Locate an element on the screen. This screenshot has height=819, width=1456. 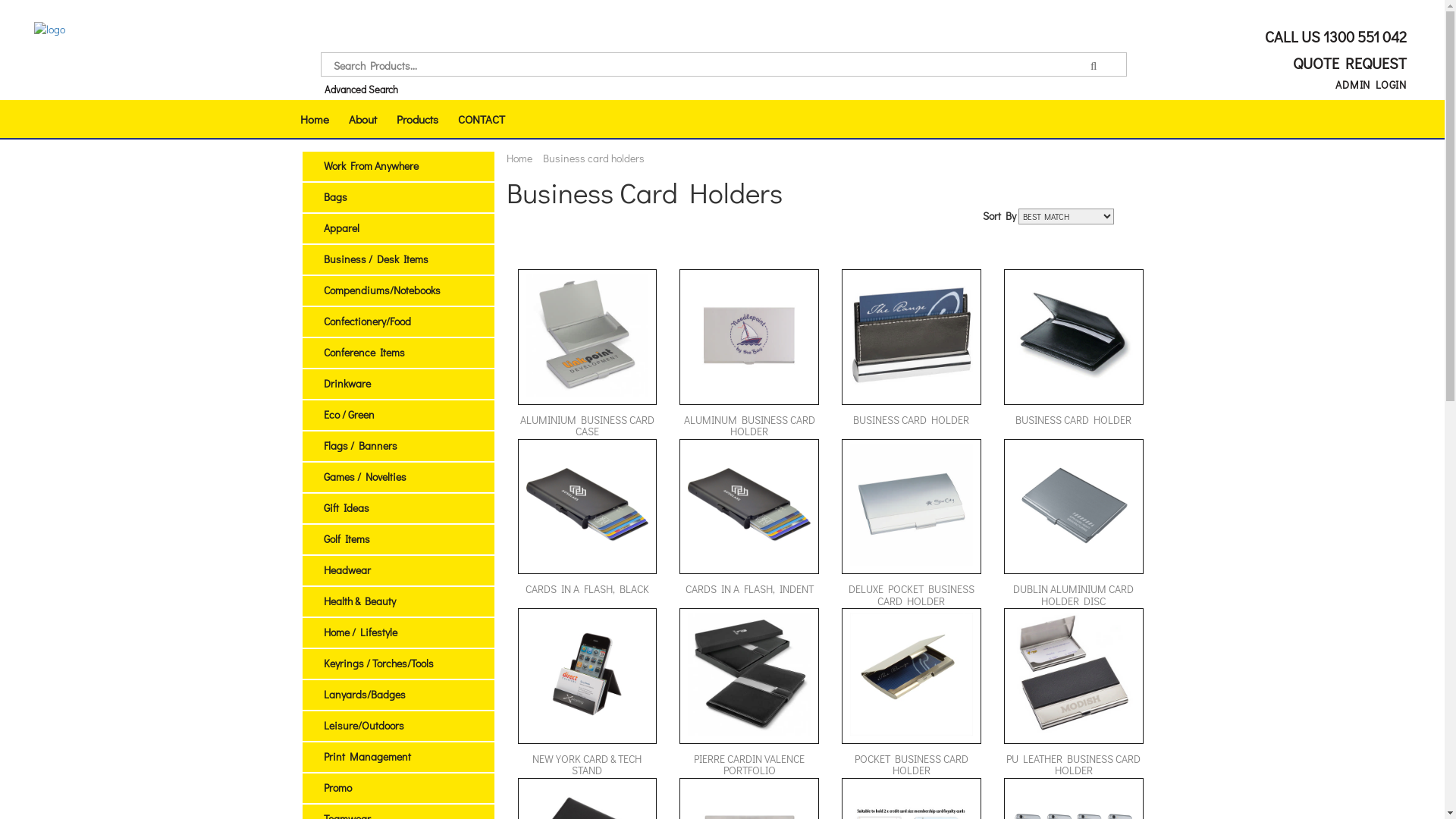
'Drinkware' is located at coordinates (345, 382).